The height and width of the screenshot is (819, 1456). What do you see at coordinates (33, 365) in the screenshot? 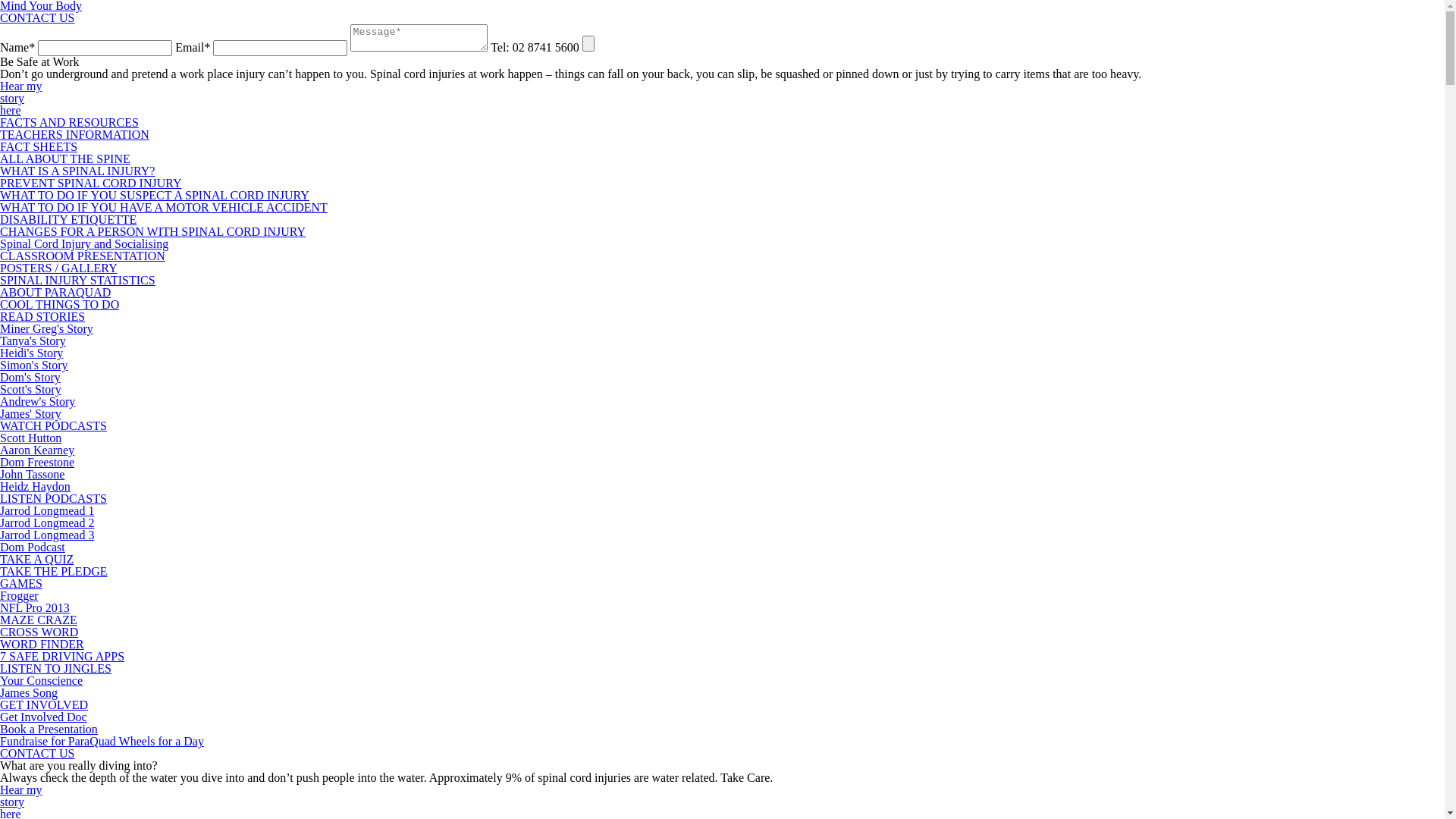
I see `'Simon's Story'` at bounding box center [33, 365].